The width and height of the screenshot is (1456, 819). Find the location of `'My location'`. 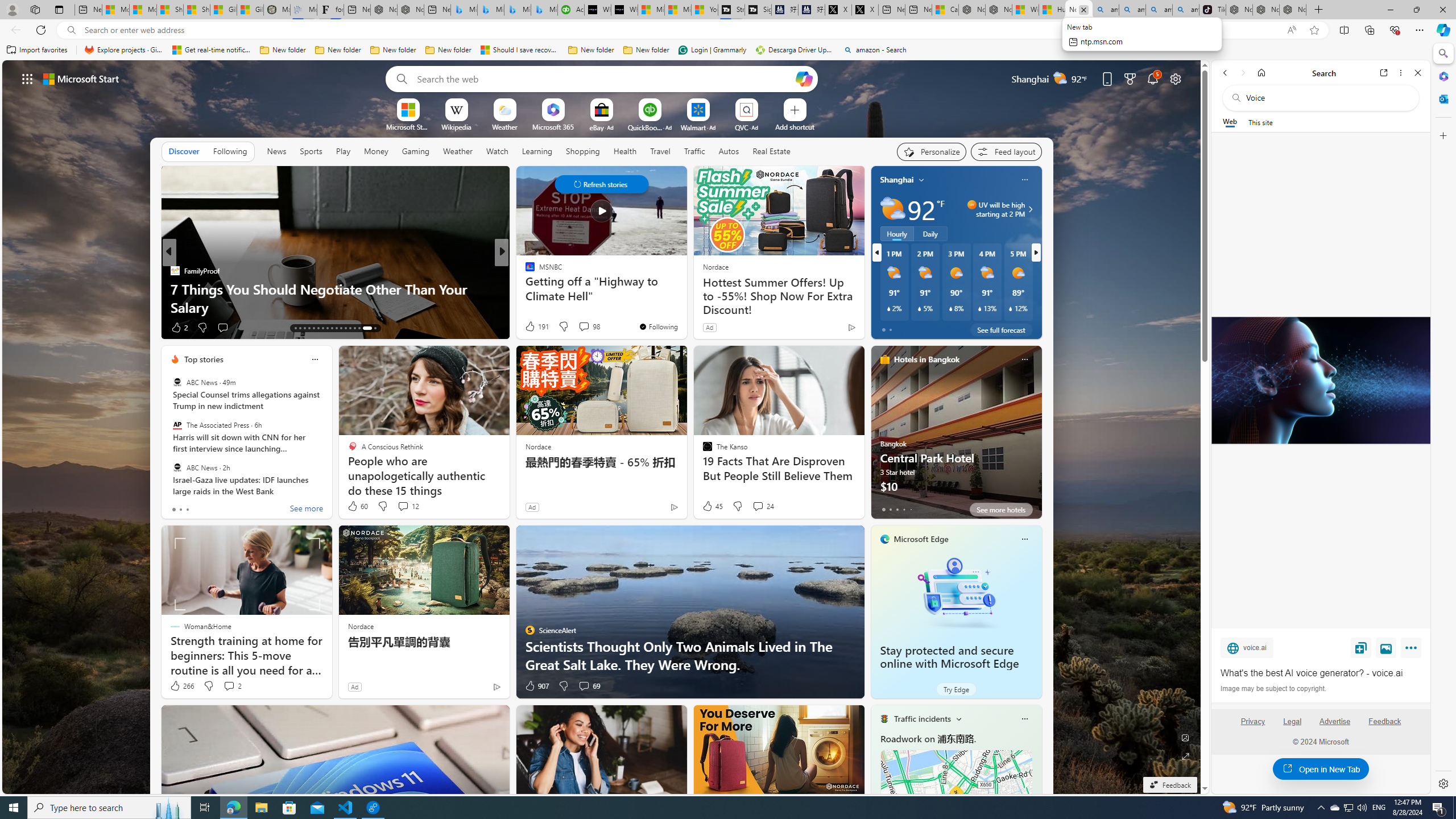

'My location' is located at coordinates (921, 179).